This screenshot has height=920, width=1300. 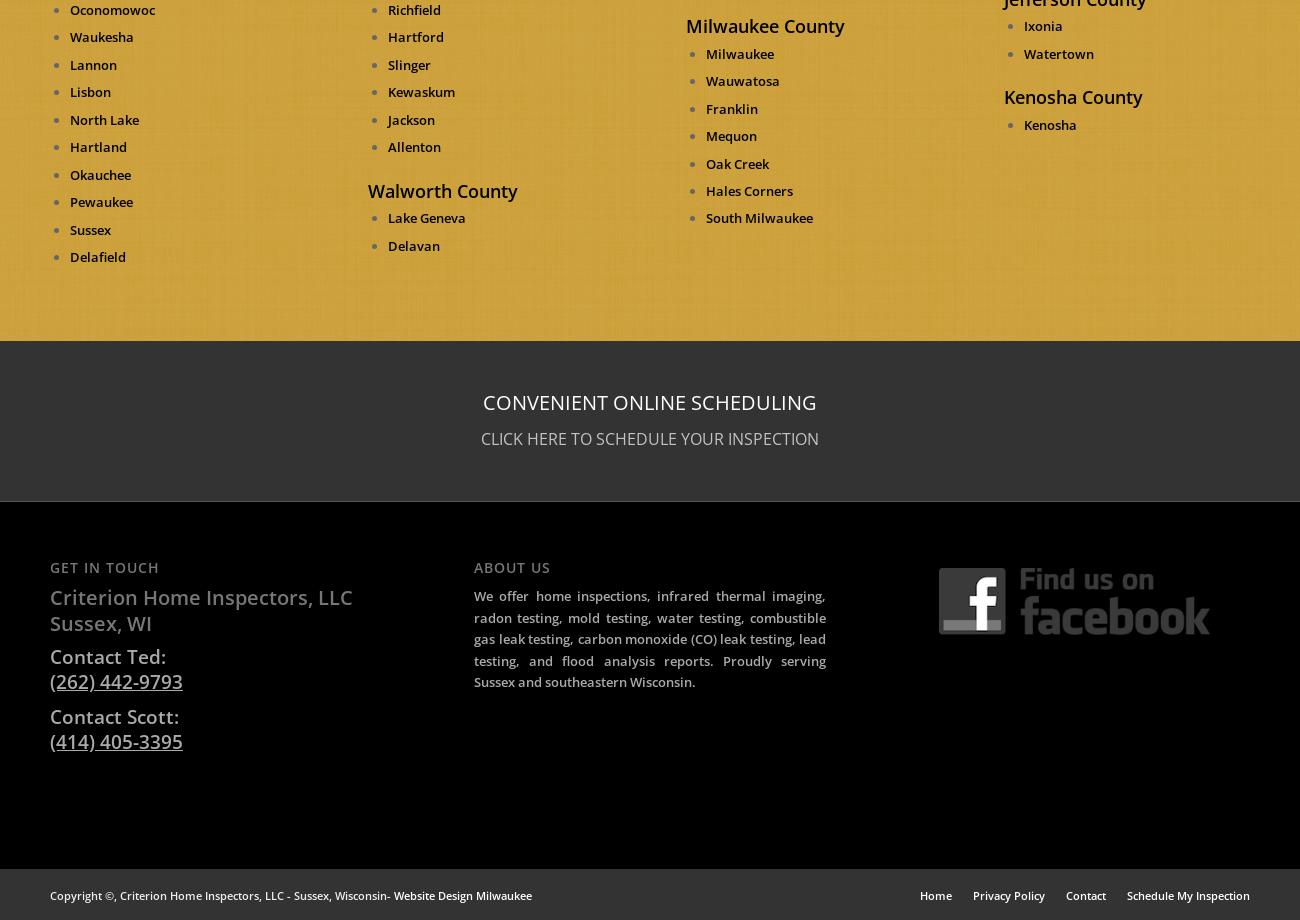 What do you see at coordinates (607, 616) in the screenshot?
I see `'mold testing'` at bounding box center [607, 616].